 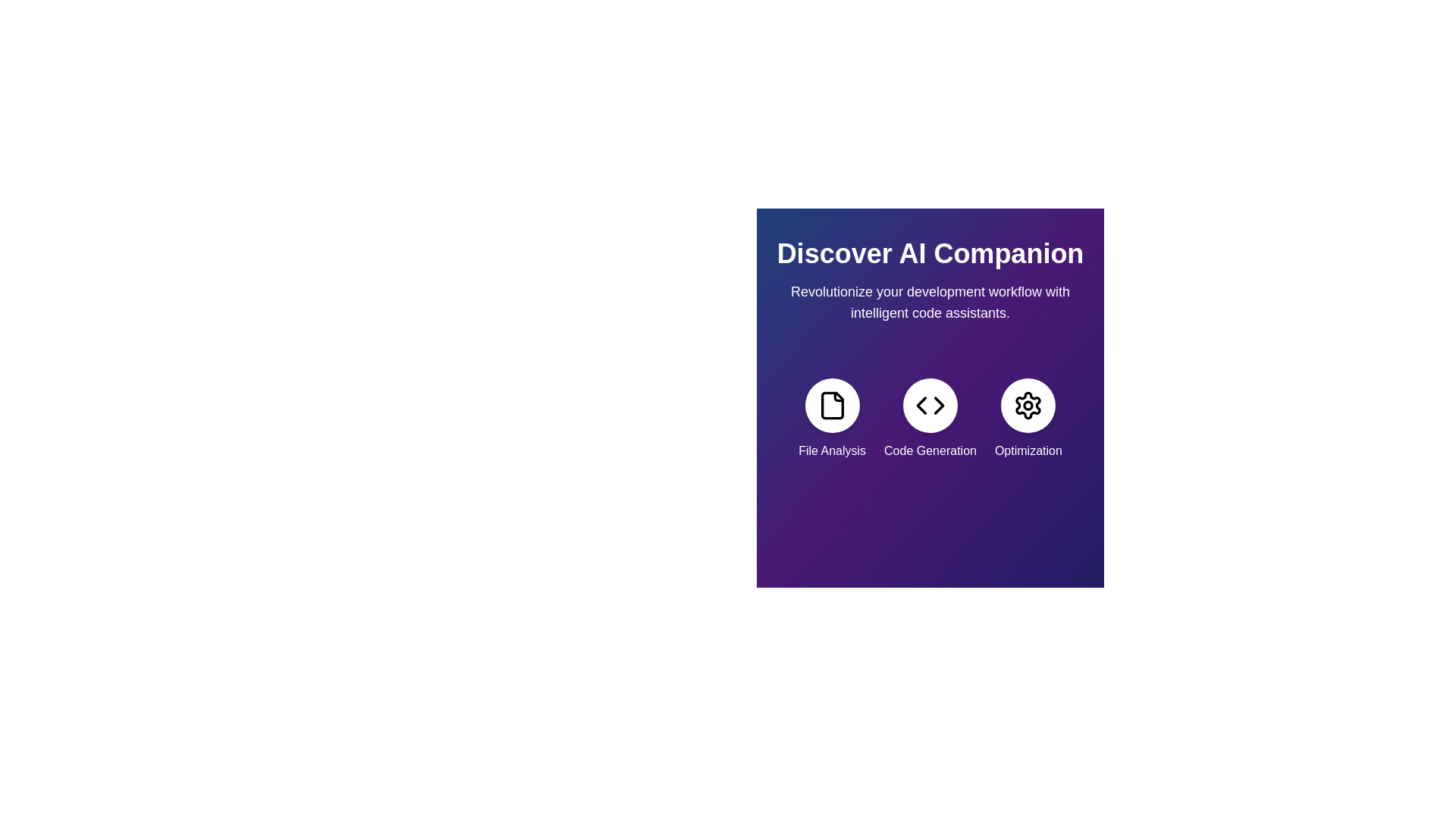 I want to click on the settings icon, which resembles a gear, located in the middle-bottom row of three icons under 'Discover AI Companion', so click(x=1028, y=405).